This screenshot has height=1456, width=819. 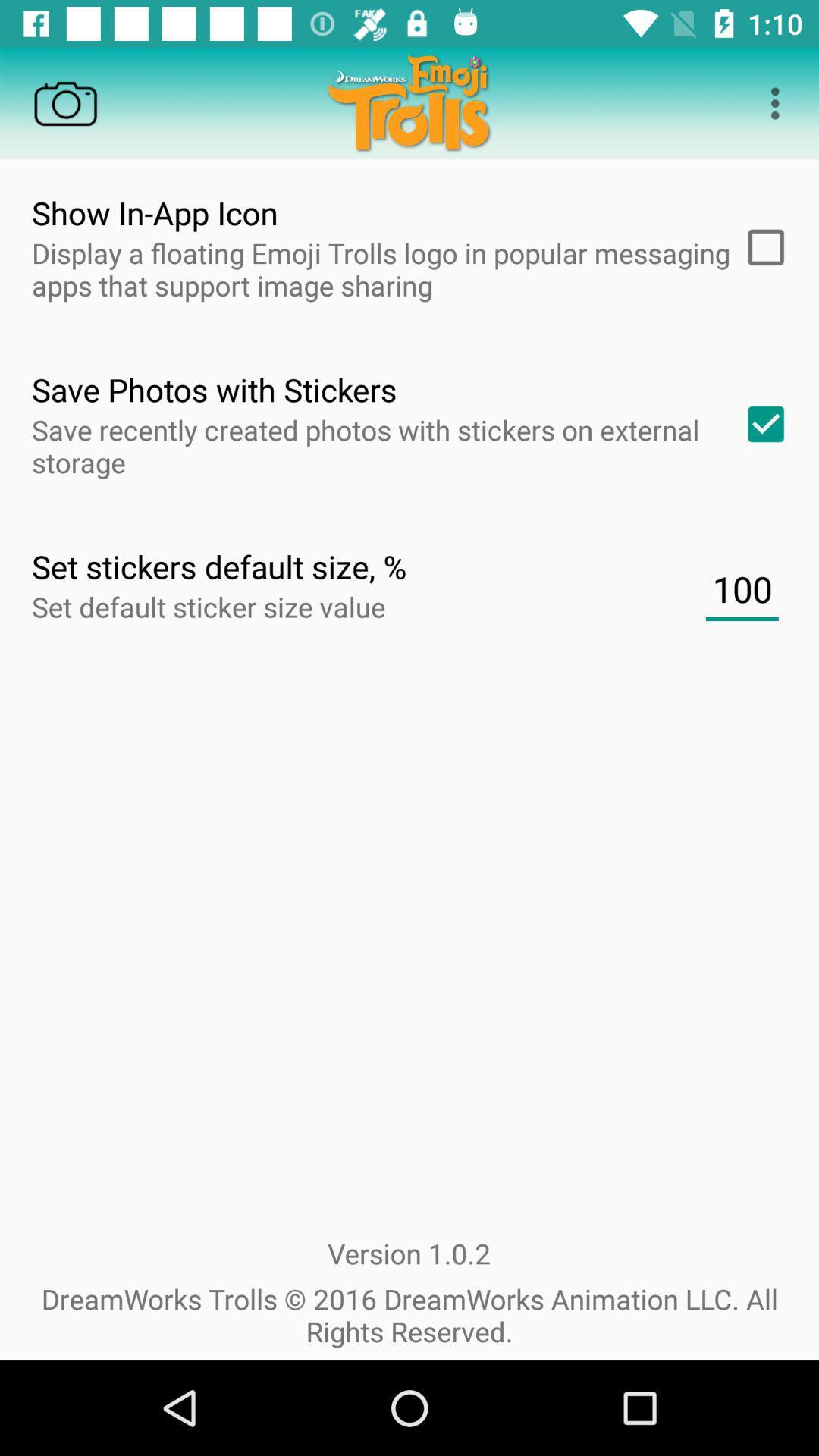 I want to click on icon above the 100 icon, so click(x=761, y=424).